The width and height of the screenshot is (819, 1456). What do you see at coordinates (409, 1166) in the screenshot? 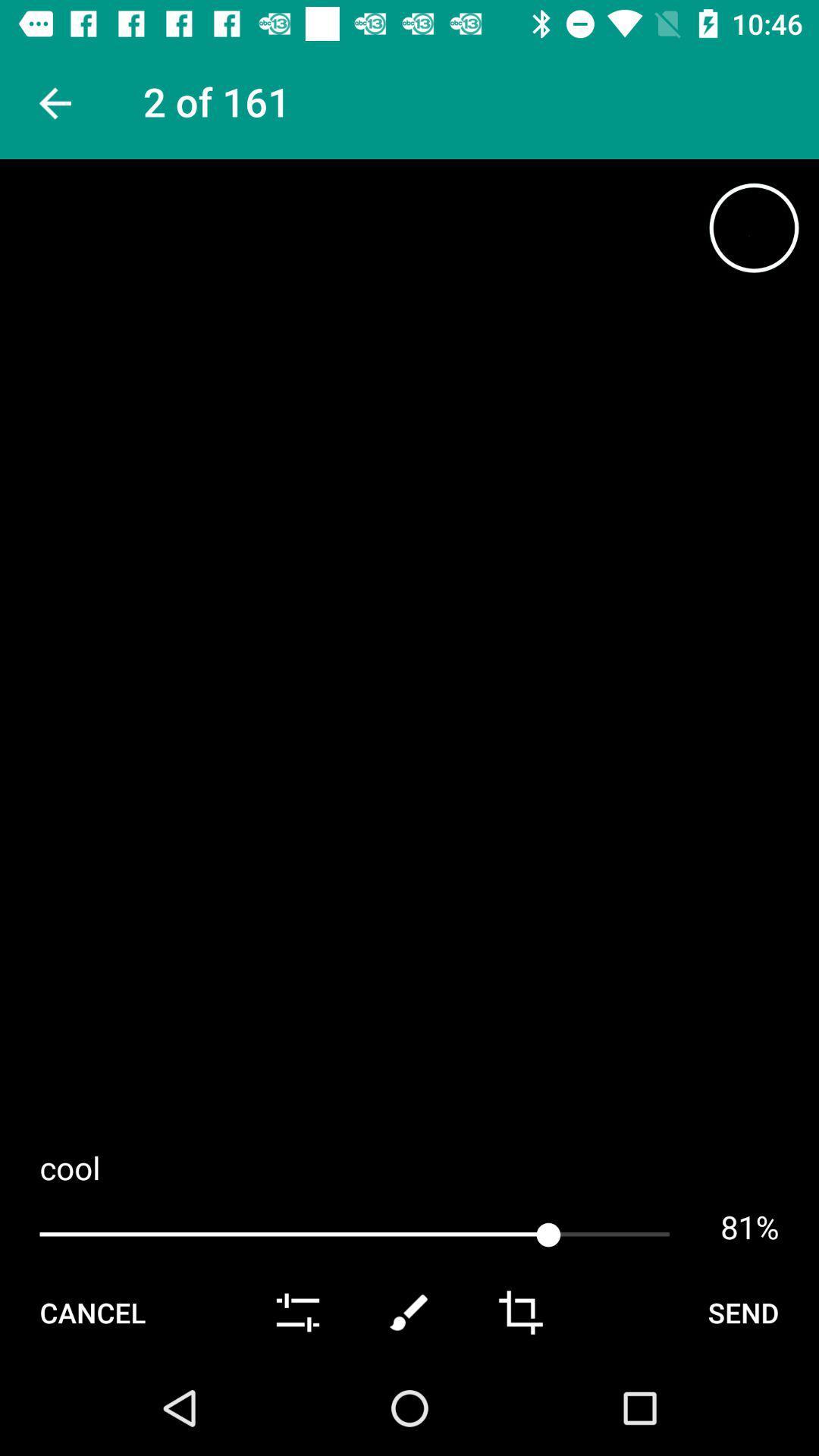
I see `cool app` at bounding box center [409, 1166].